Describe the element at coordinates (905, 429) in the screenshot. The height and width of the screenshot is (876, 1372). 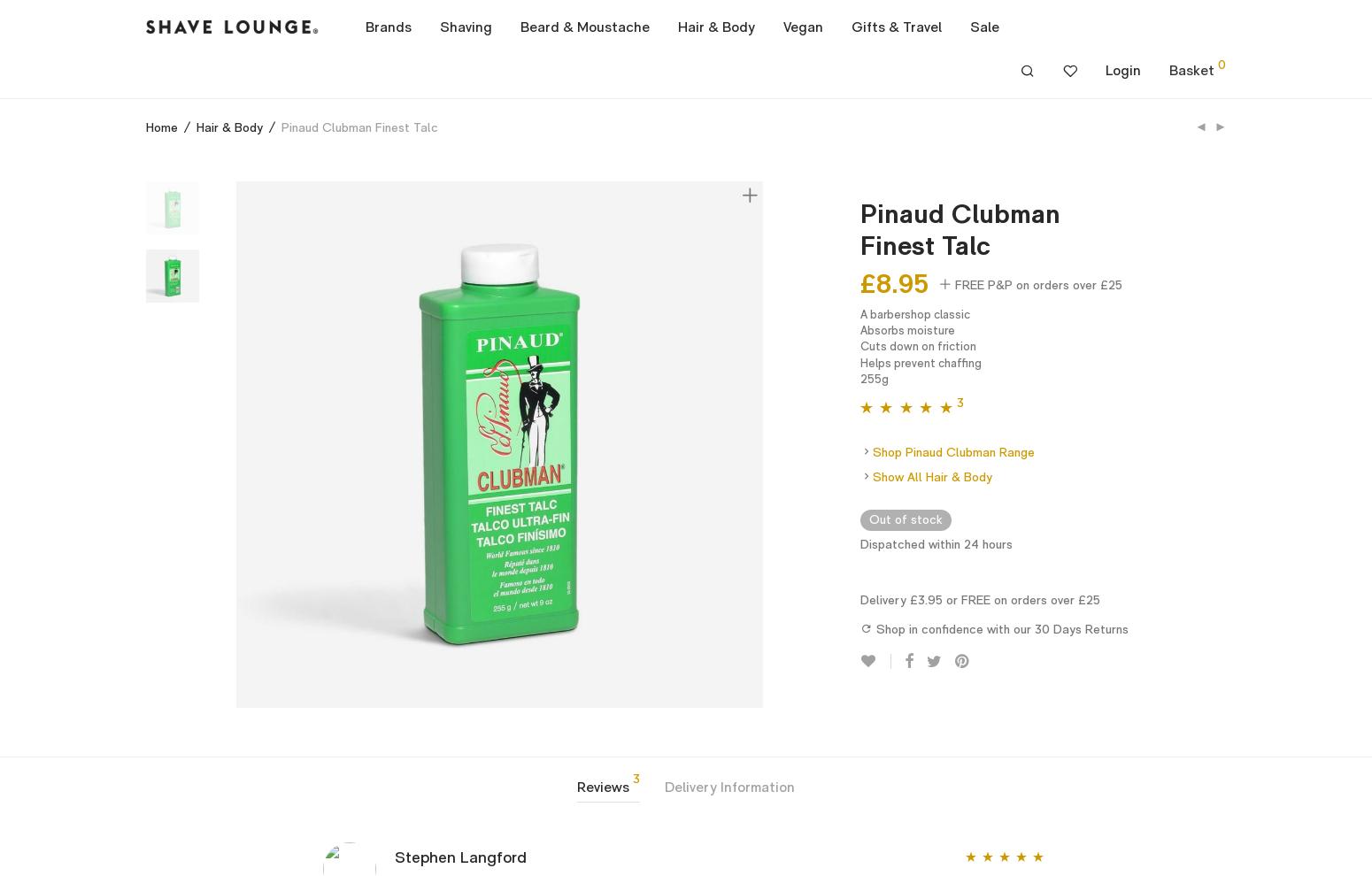
I see `'5.00'` at that location.